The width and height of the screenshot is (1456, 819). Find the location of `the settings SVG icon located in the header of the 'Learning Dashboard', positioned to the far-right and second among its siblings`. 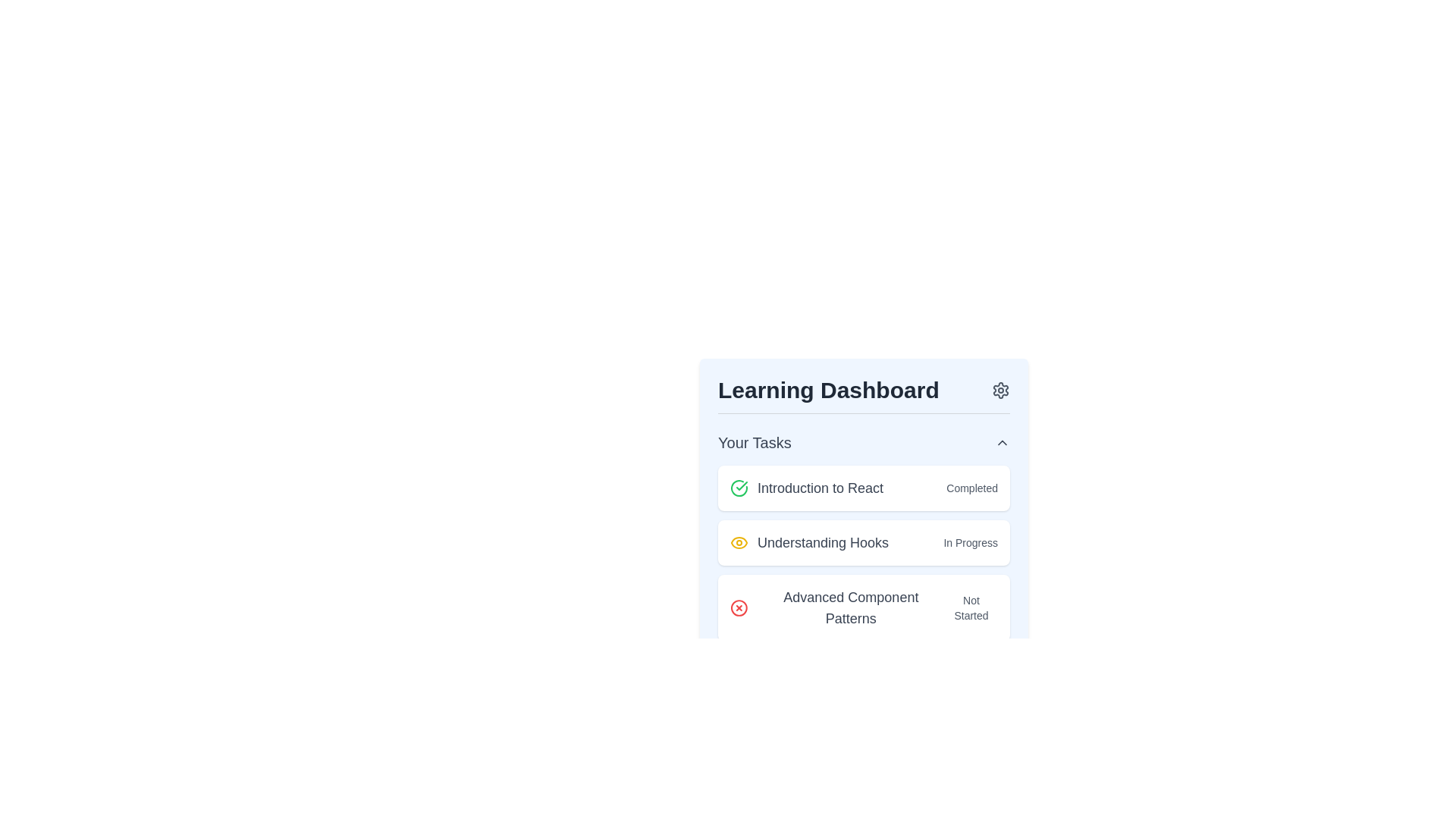

the settings SVG icon located in the header of the 'Learning Dashboard', positioned to the far-right and second among its siblings is located at coordinates (1001, 390).